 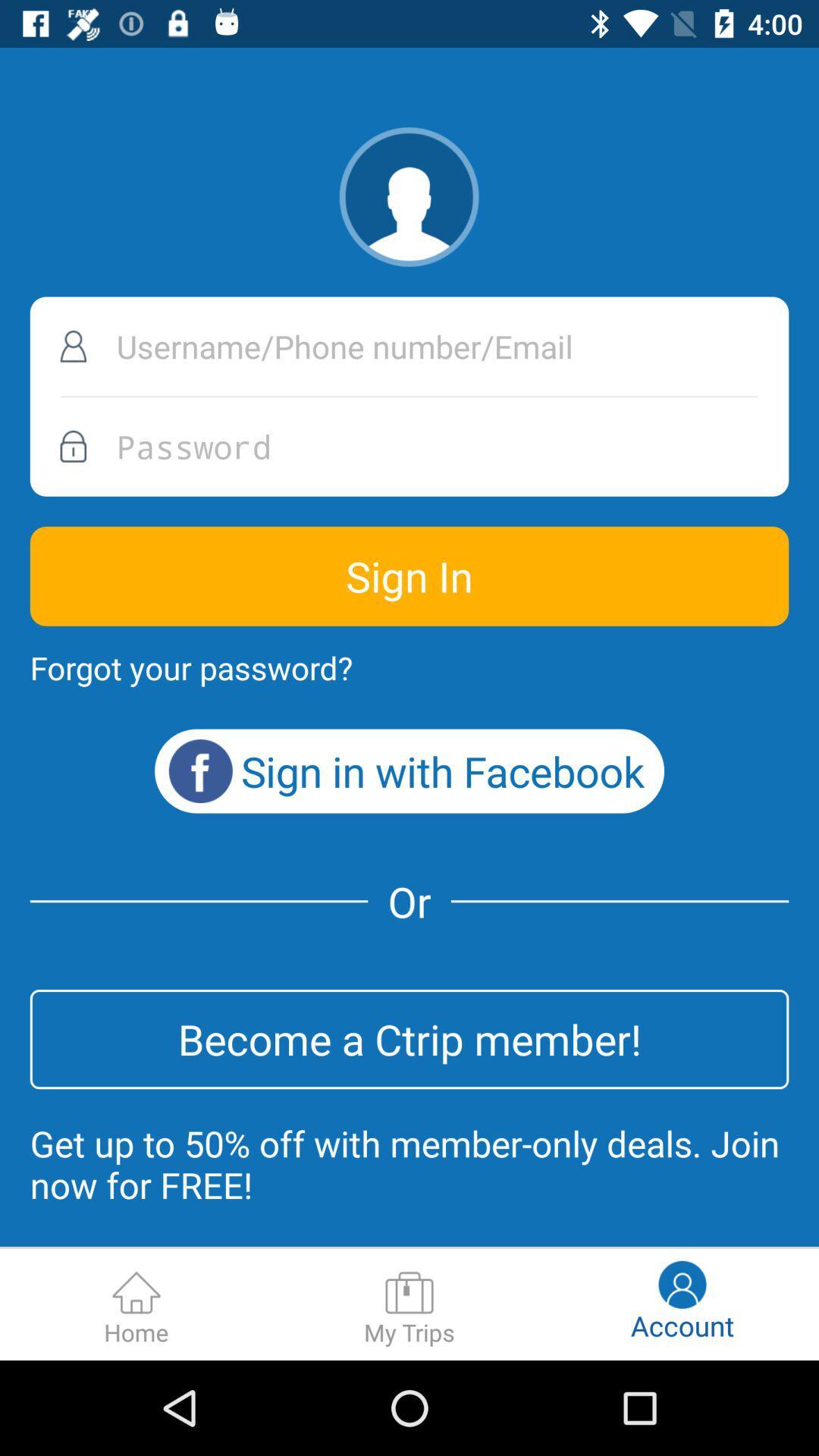 I want to click on icon below or, so click(x=409, y=1038).